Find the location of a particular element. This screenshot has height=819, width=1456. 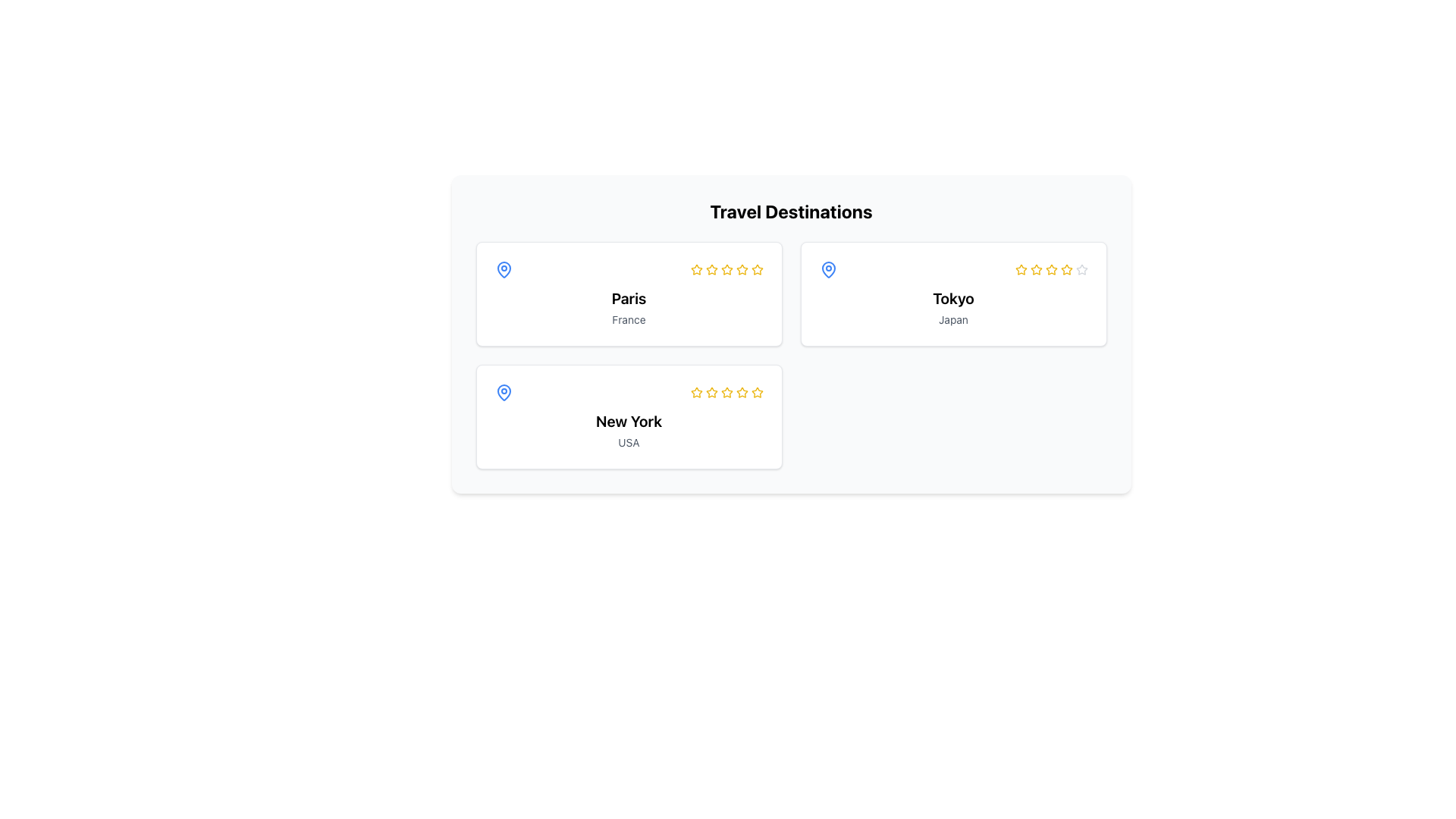

the third star in the five-star rating component to rate it is located at coordinates (1050, 268).